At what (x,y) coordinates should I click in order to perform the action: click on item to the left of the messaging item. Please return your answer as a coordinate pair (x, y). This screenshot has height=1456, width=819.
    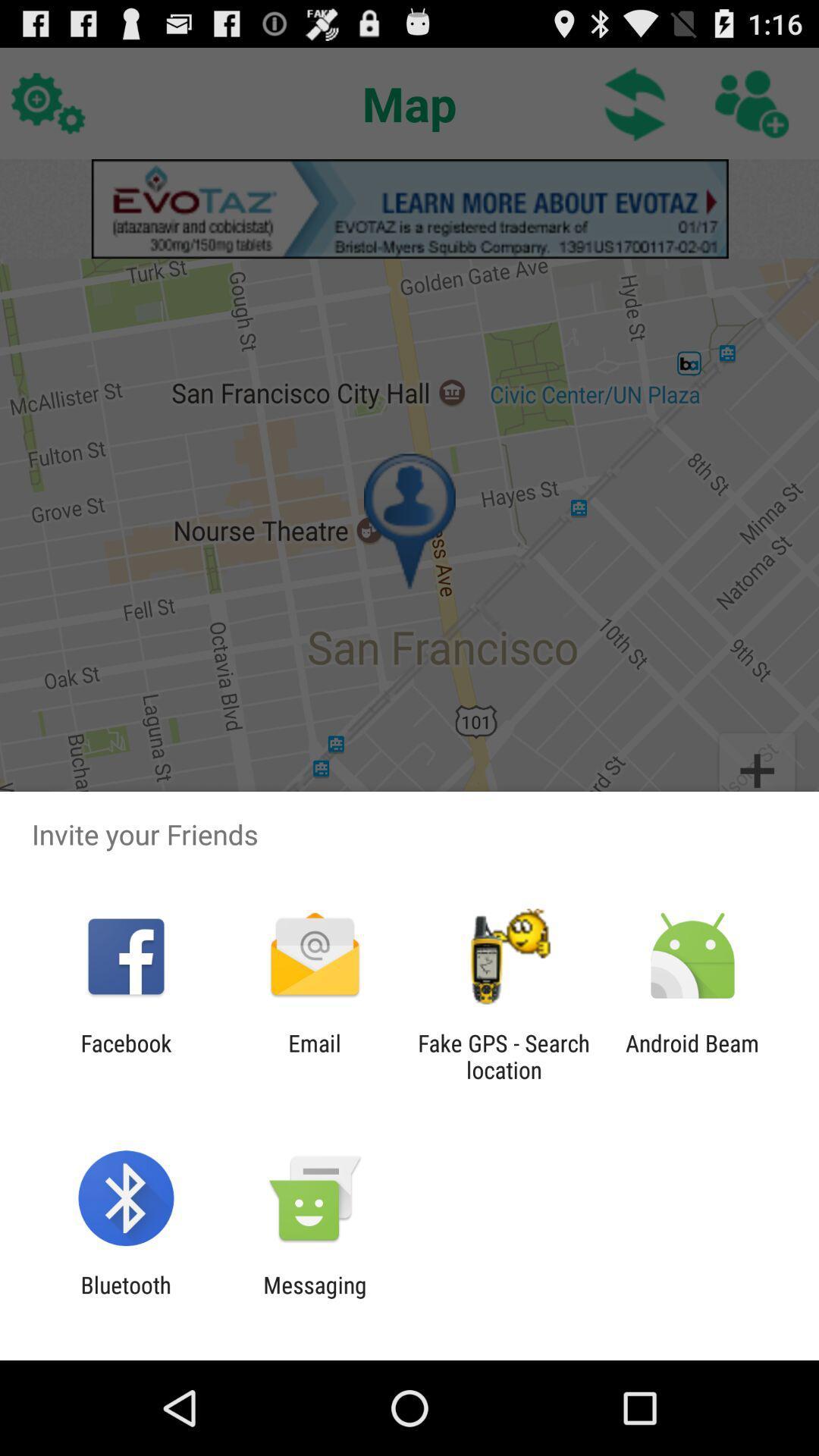
    Looking at the image, I should click on (125, 1298).